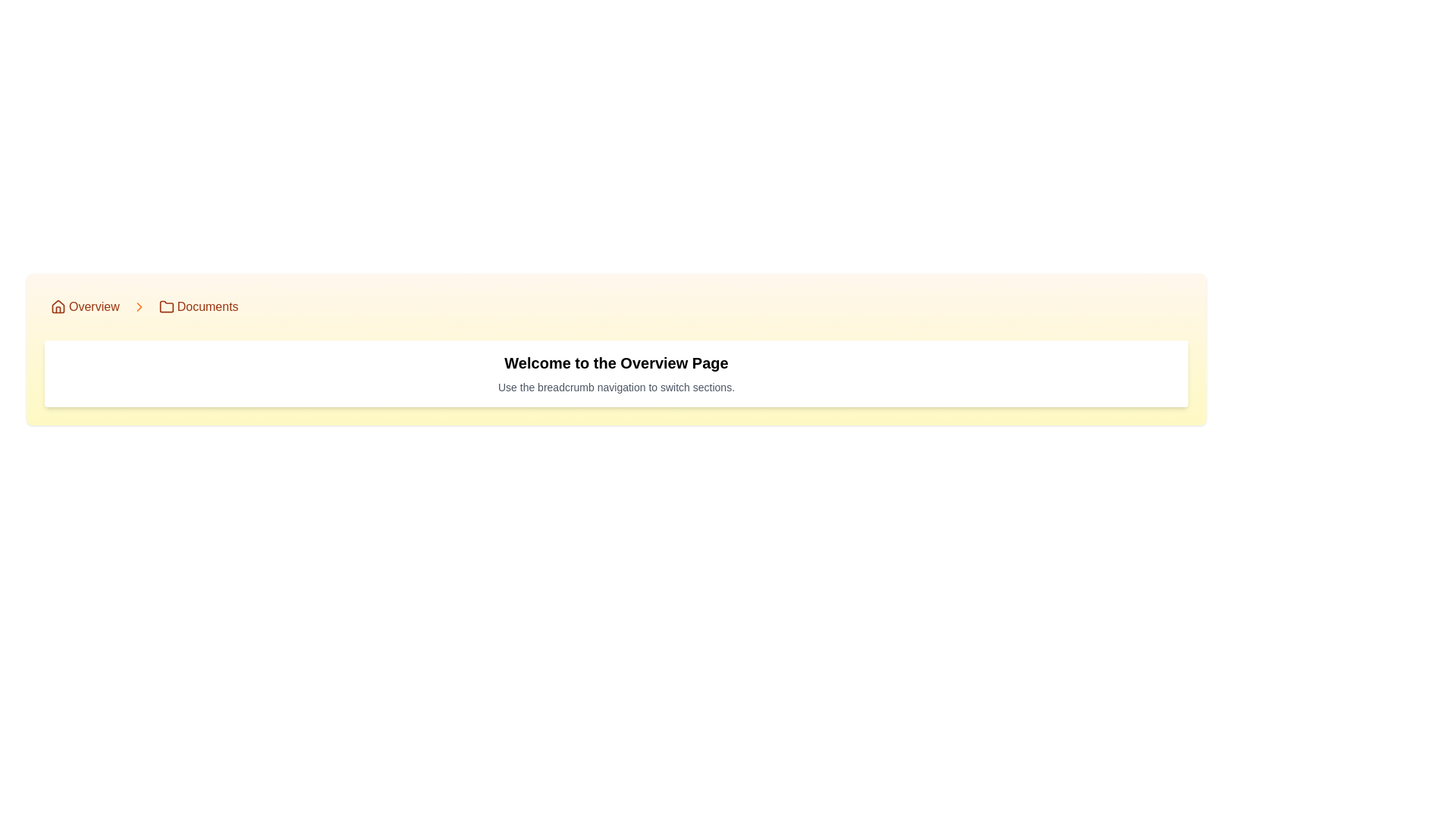 The image size is (1456, 819). What do you see at coordinates (166, 307) in the screenshot?
I see `the static decorative SVG icon representing a folder located in the breadcrumb navigation bar, positioned immediately to the left of the 'Documents' text` at bounding box center [166, 307].